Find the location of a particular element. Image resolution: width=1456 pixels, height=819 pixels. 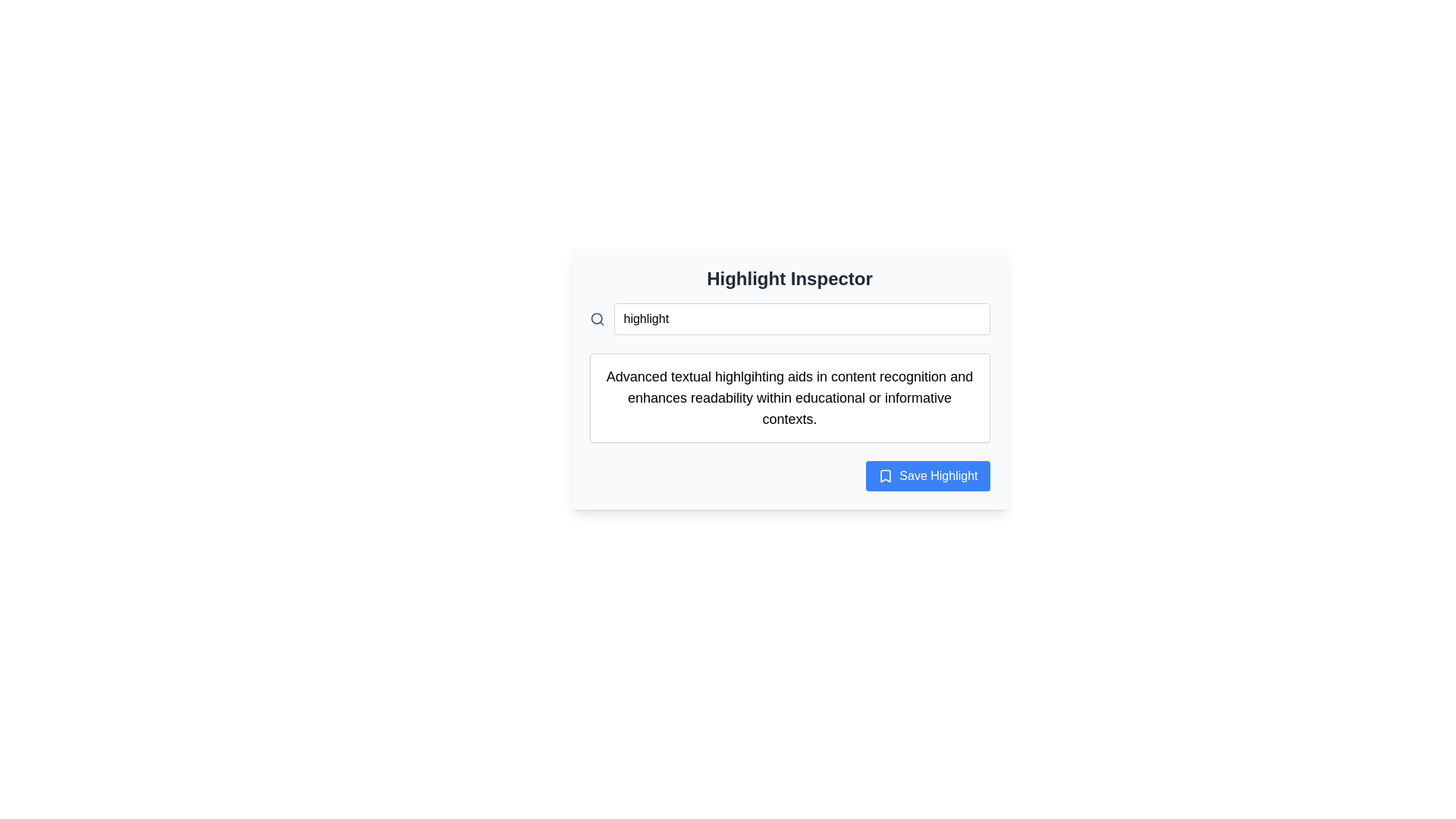

the 'Save Highlight' button located in the bottom-right corner of the interface panel is located at coordinates (885, 475).